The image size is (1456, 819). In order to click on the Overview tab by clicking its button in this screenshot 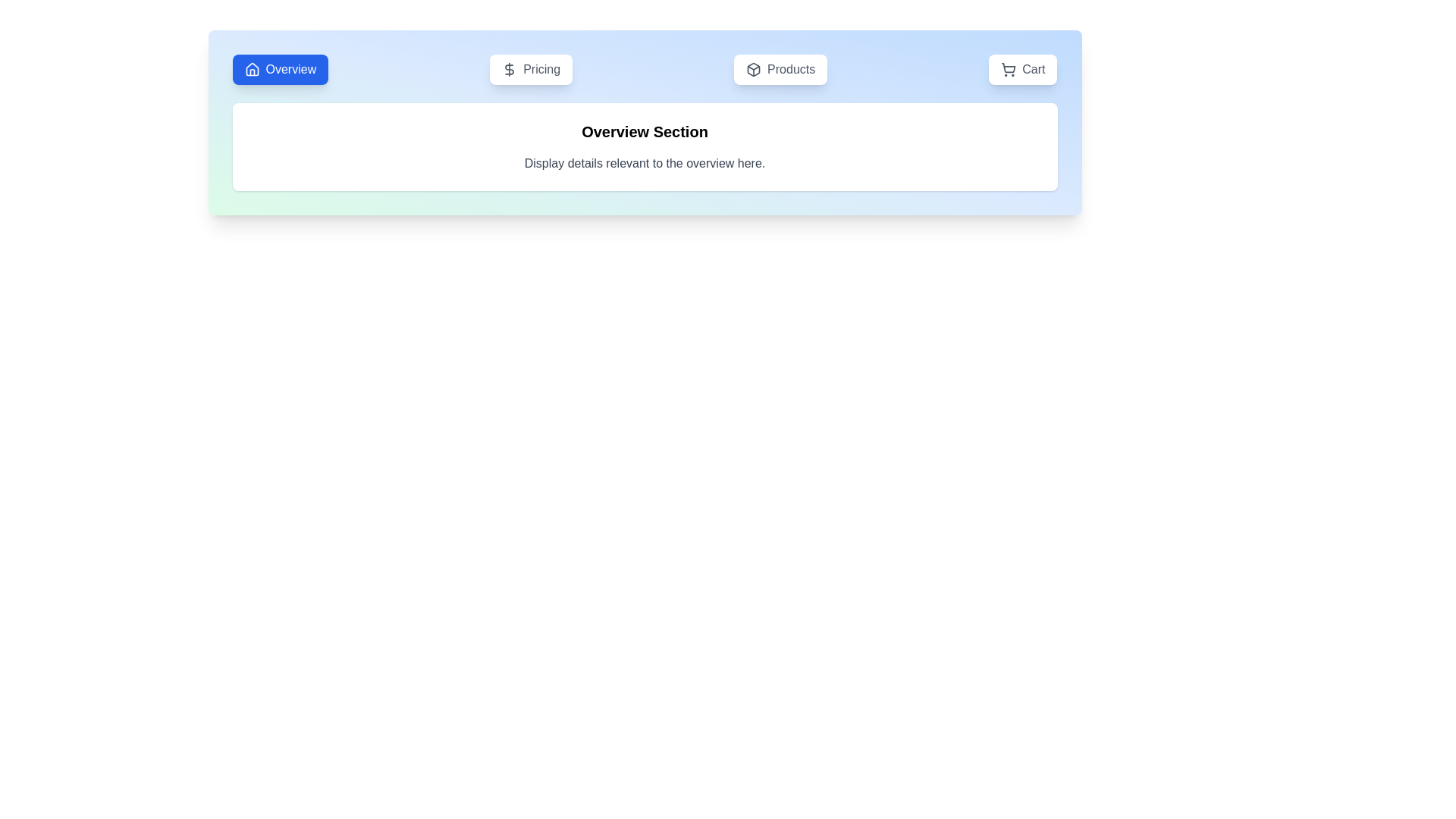, I will do `click(280, 70)`.